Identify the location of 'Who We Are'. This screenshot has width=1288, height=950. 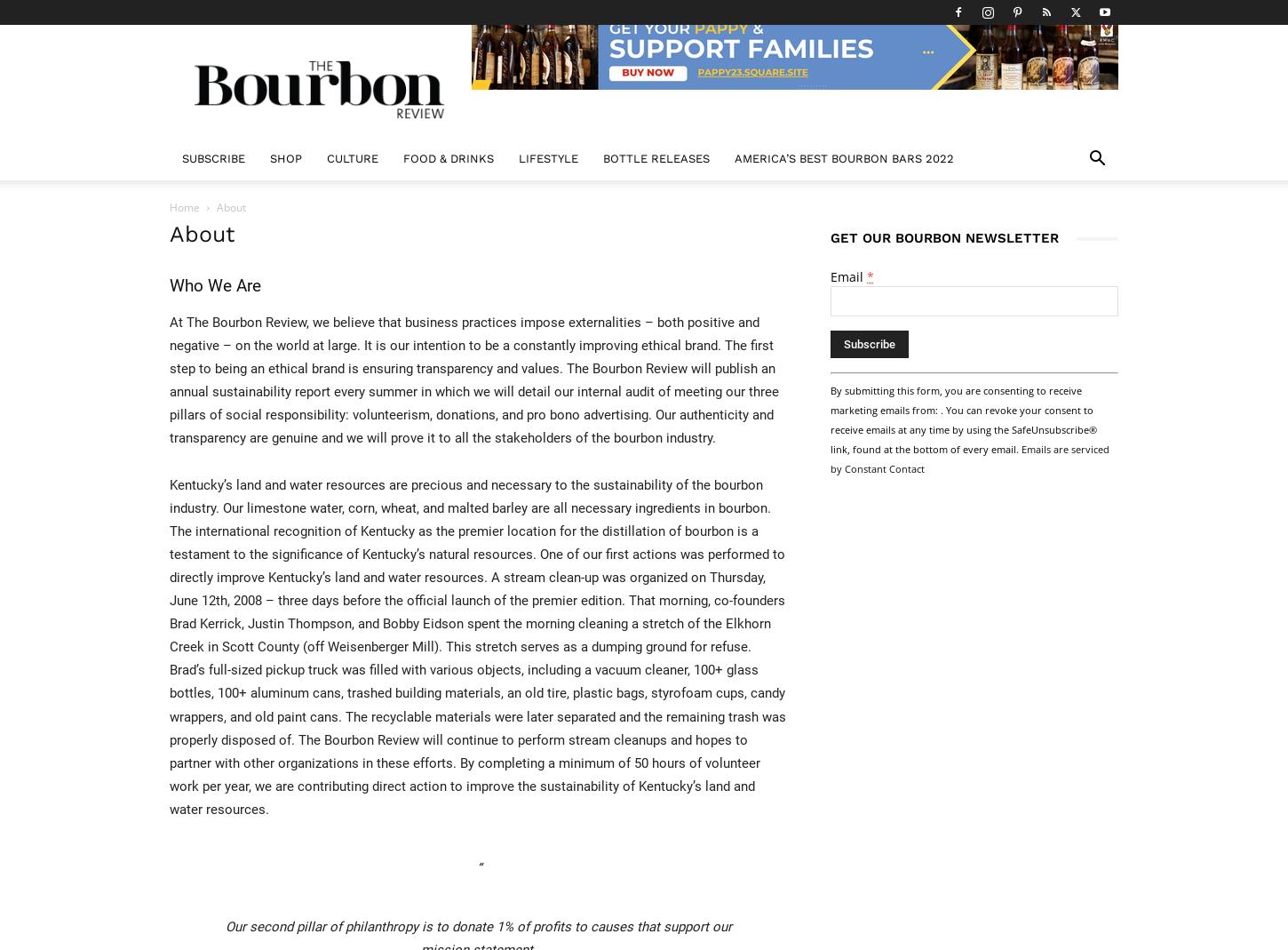
(168, 284).